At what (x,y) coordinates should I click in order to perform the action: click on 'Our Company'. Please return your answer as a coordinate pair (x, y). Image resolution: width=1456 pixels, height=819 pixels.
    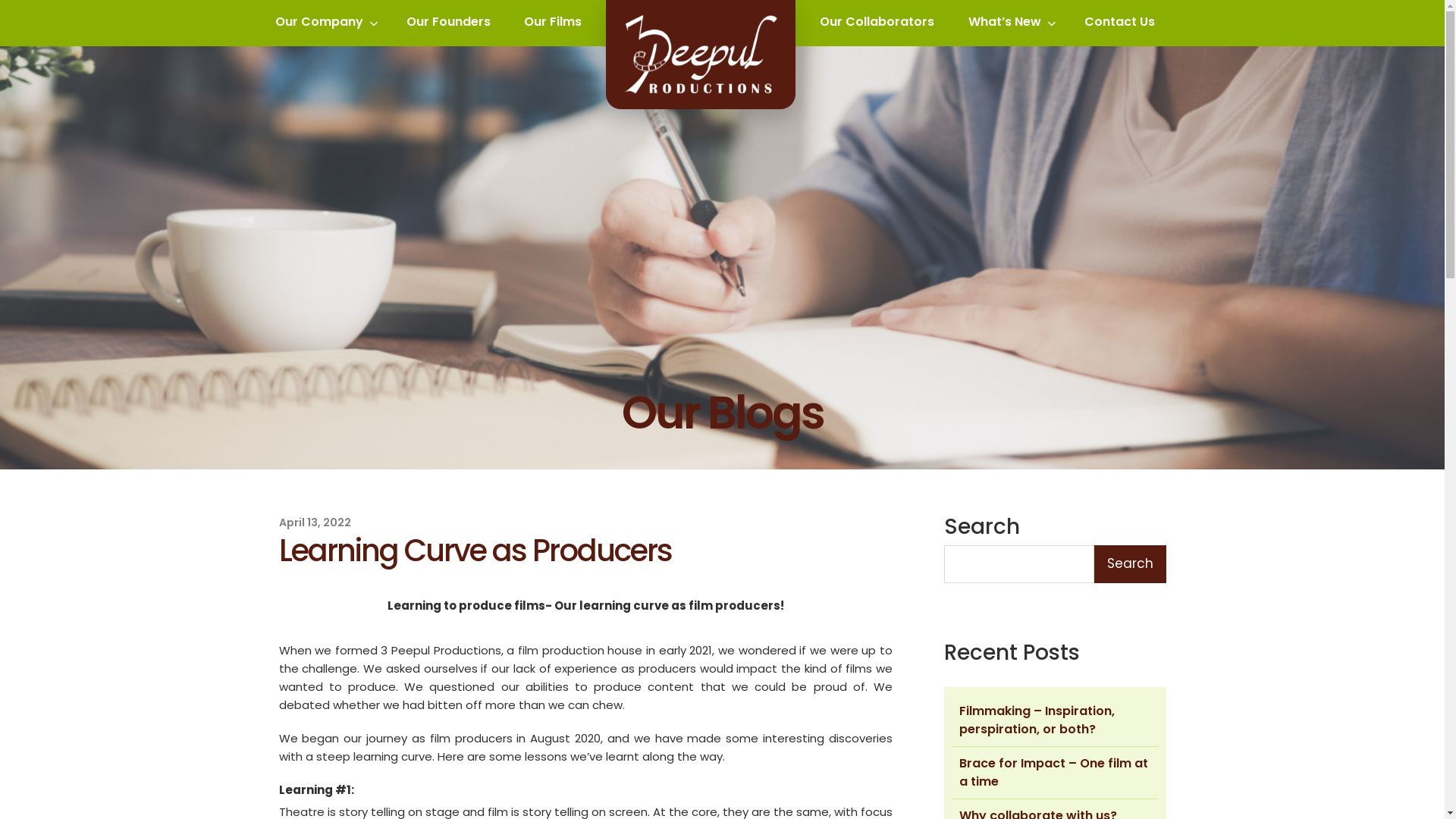
    Looking at the image, I should click on (323, 23).